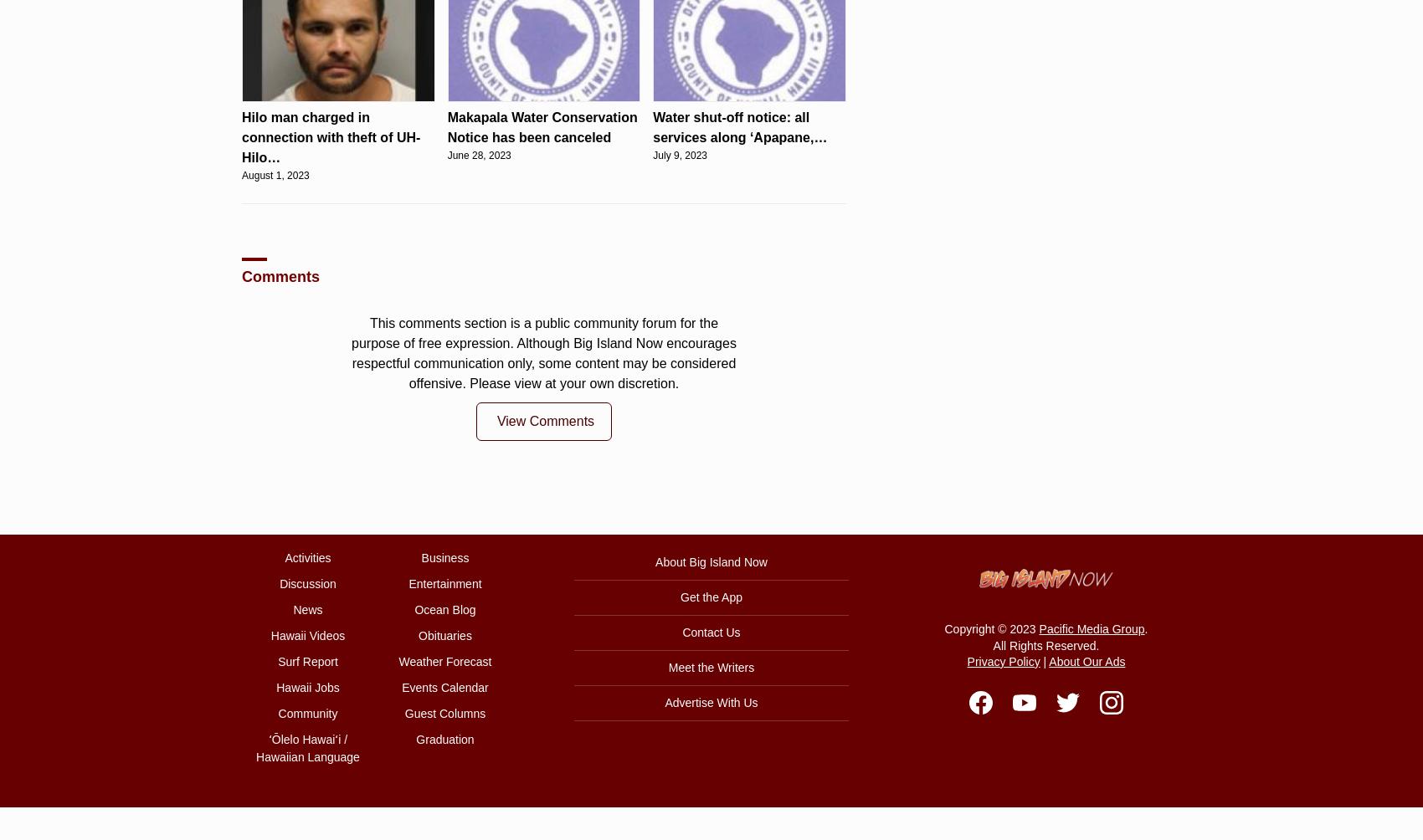 This screenshot has height=840, width=1423. What do you see at coordinates (297, 592) in the screenshot?
I see `'Related Articles'` at bounding box center [297, 592].